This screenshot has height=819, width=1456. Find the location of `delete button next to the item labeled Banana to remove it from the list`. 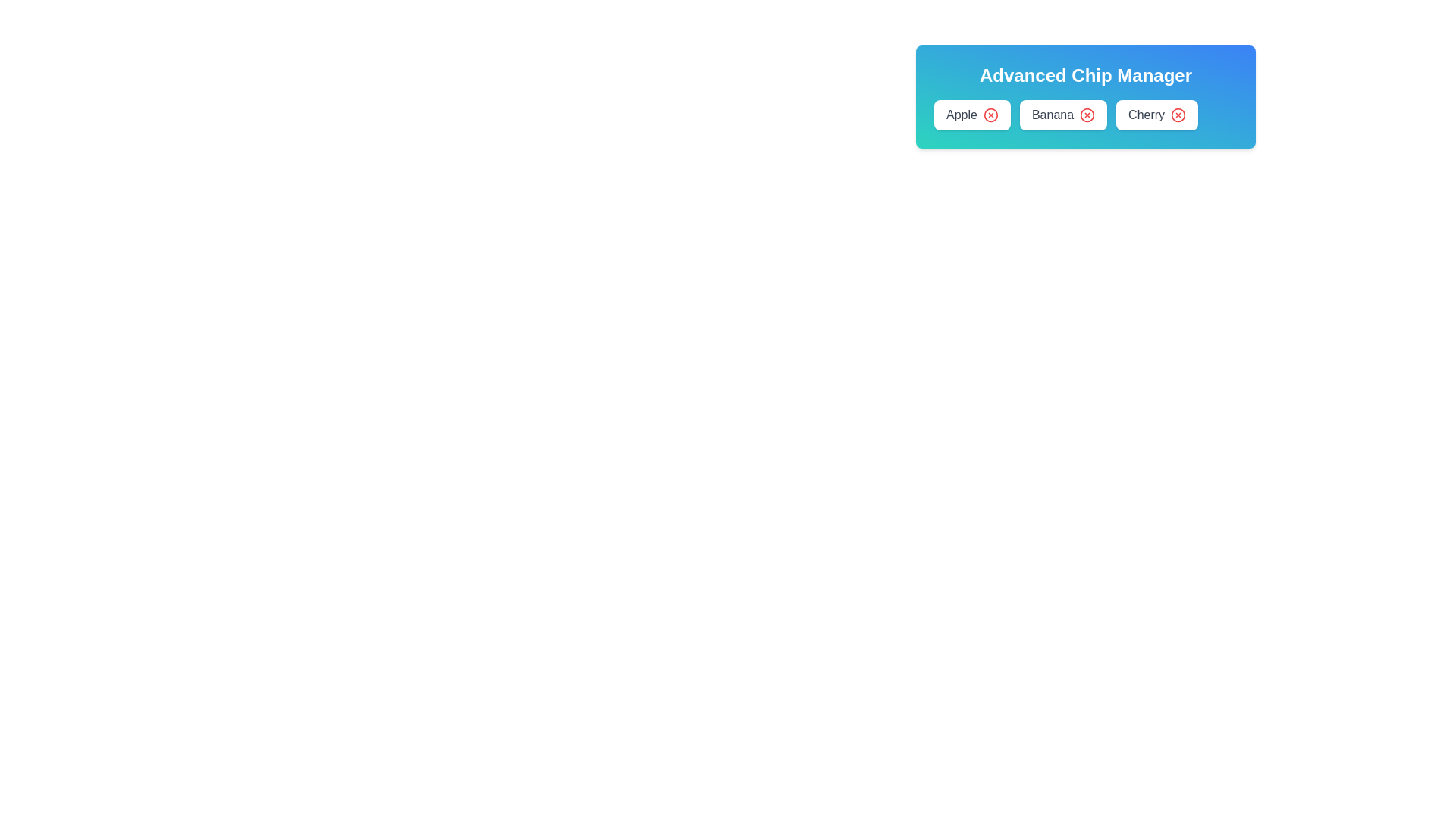

delete button next to the item labeled Banana to remove it from the list is located at coordinates (1087, 114).